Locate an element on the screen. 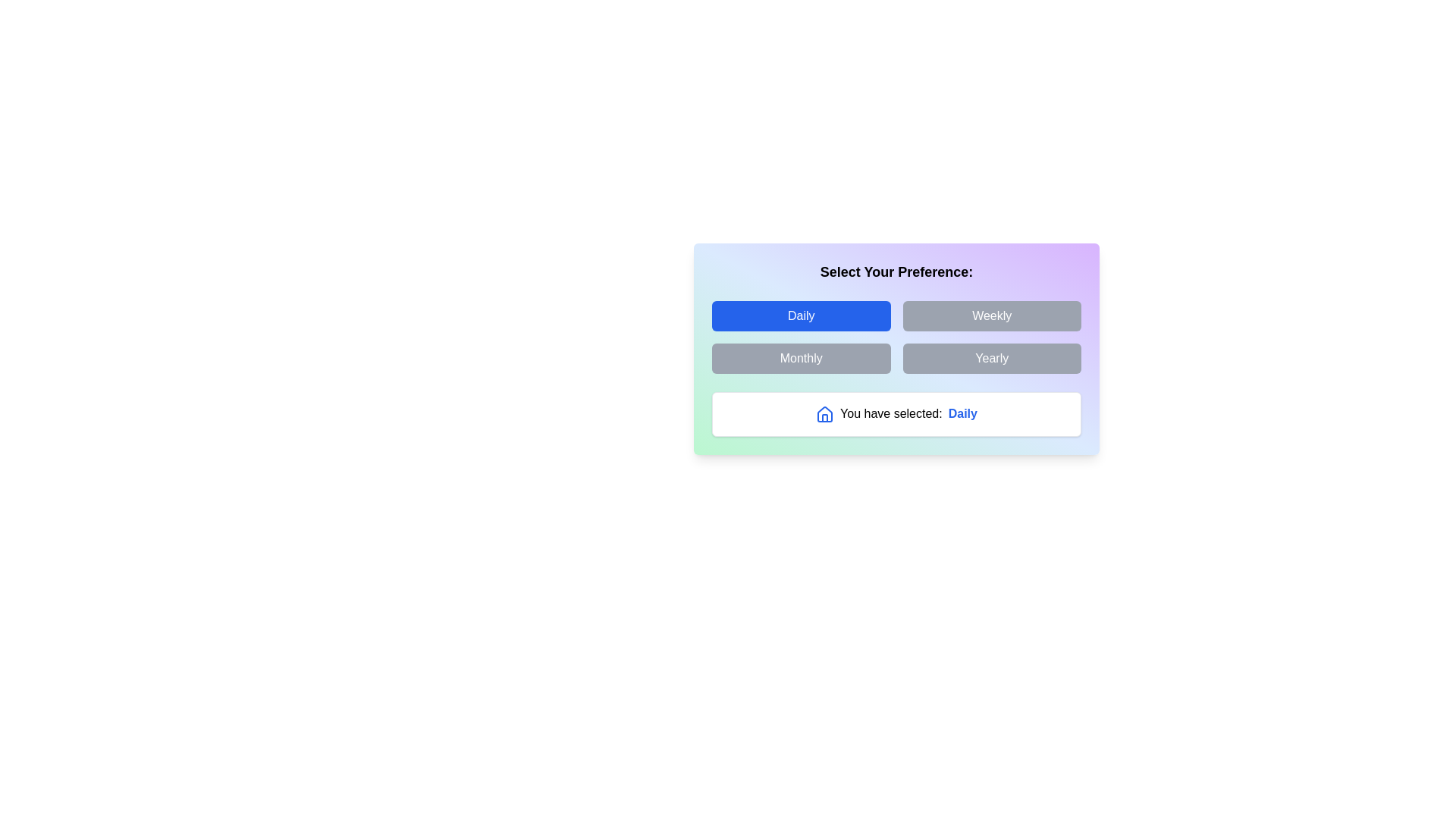  the house icon SVG element, which is characterized by a triangular roof and a rectangular base, located at the bottom of the interface where user preference statements are displayed is located at coordinates (824, 414).